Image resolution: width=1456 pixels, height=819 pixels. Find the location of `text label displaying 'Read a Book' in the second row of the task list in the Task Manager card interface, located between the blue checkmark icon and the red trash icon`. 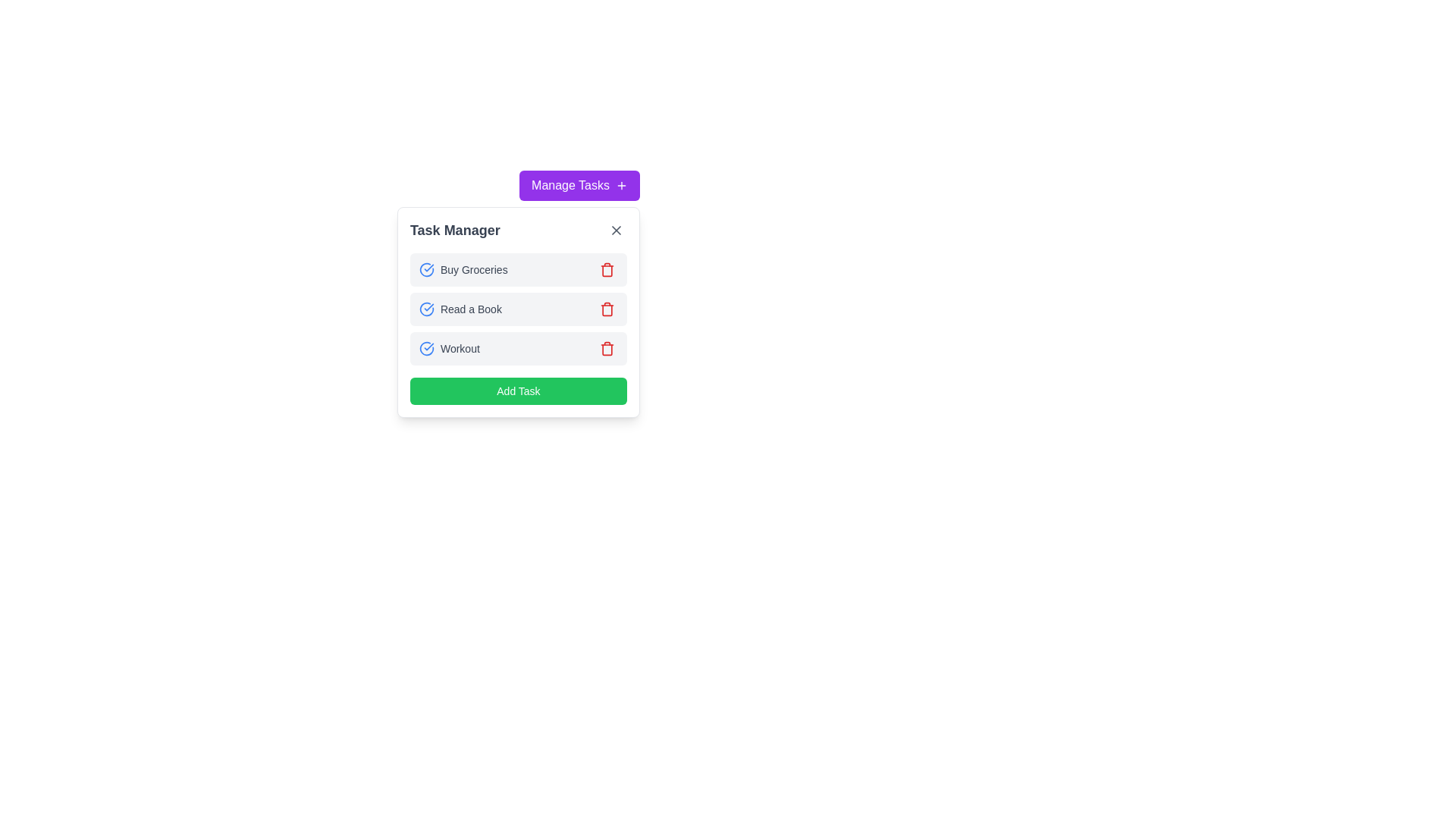

text label displaying 'Read a Book' in the second row of the task list in the Task Manager card interface, located between the blue checkmark icon and the red trash icon is located at coordinates (470, 309).